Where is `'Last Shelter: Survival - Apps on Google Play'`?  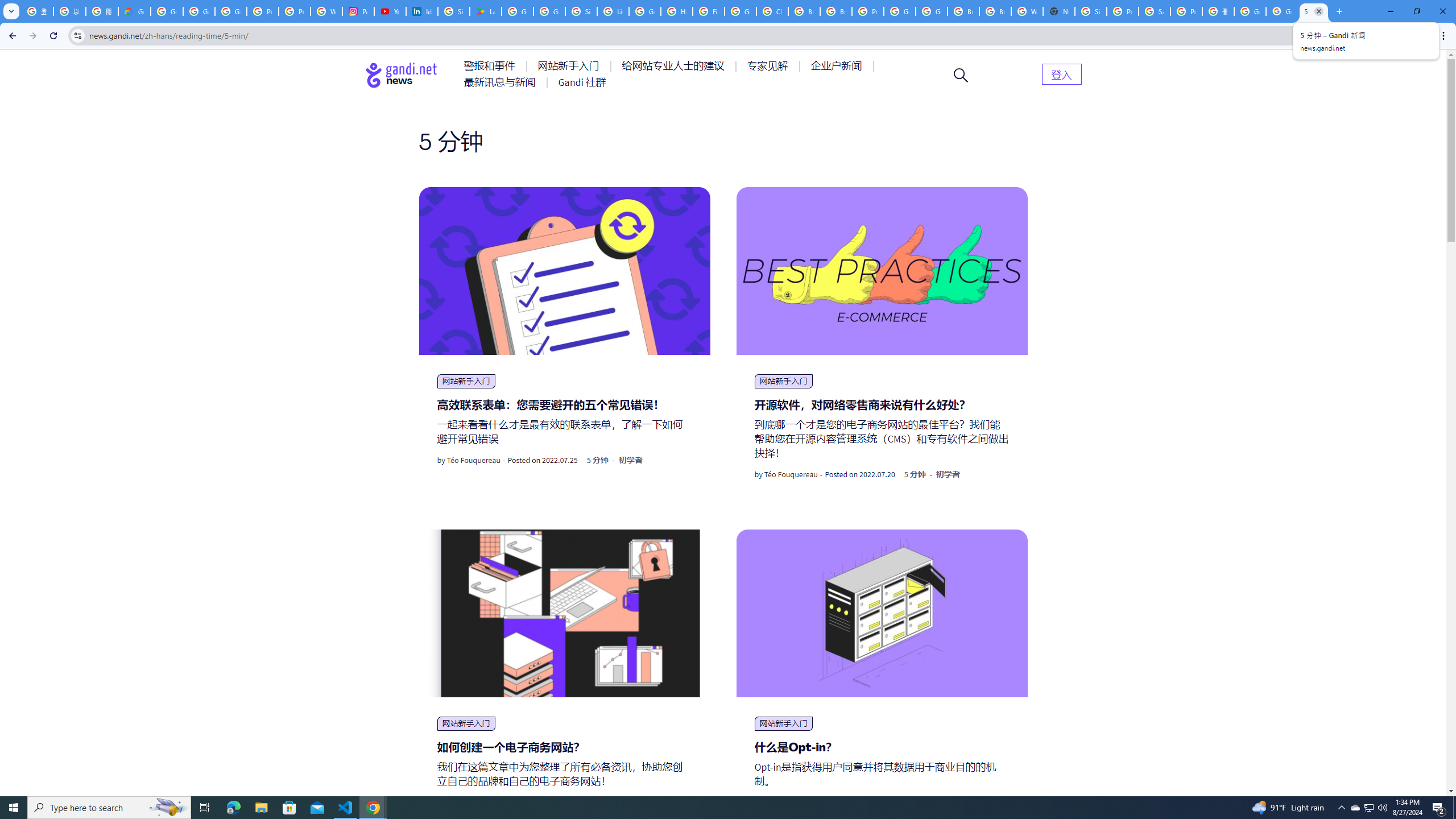
'Last Shelter: Survival - Apps on Google Play' is located at coordinates (485, 11).